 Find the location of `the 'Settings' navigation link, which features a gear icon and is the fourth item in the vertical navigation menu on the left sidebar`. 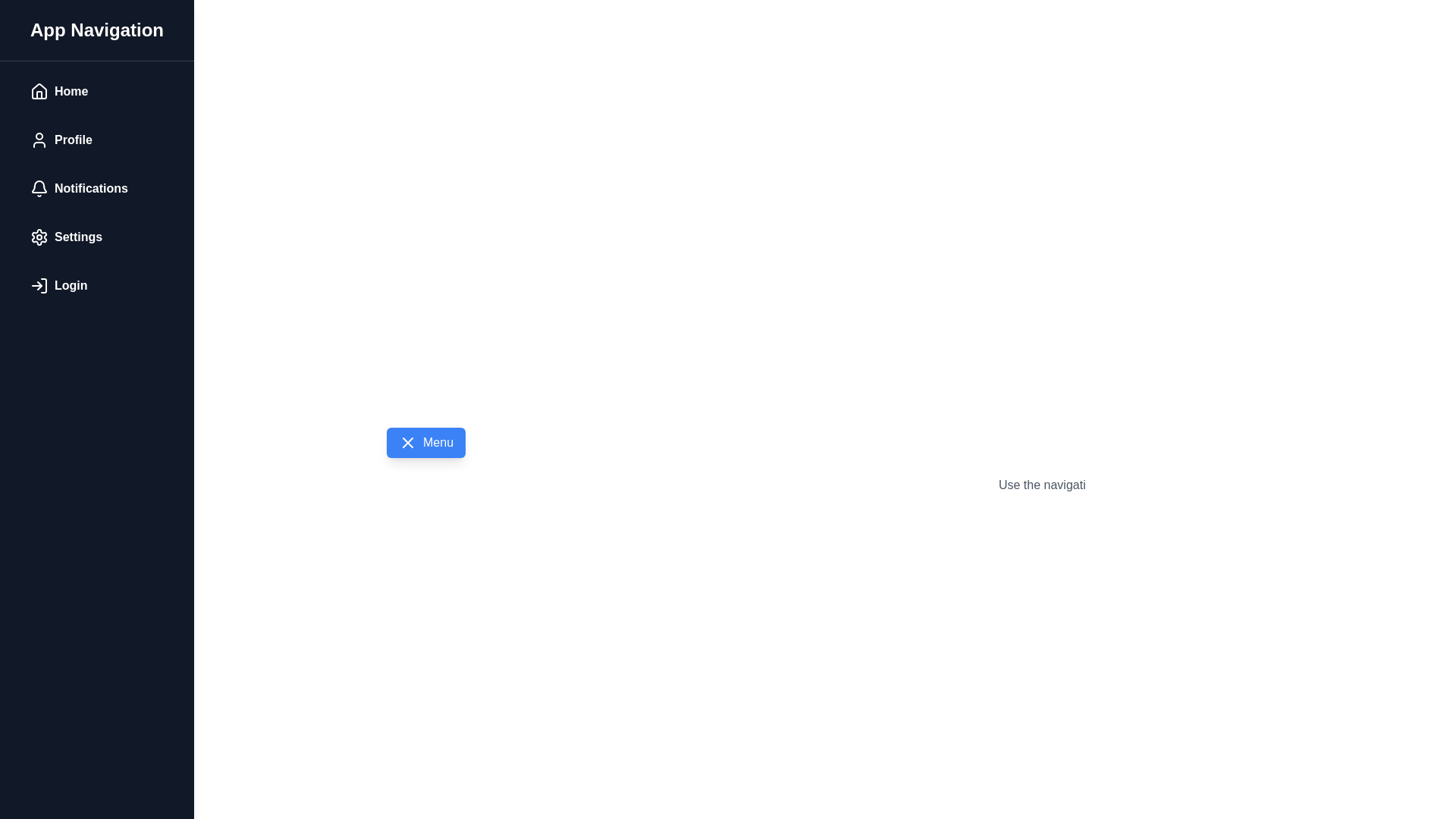

the 'Settings' navigation link, which features a gear icon and is the fourth item in the vertical navigation menu on the left sidebar is located at coordinates (96, 237).